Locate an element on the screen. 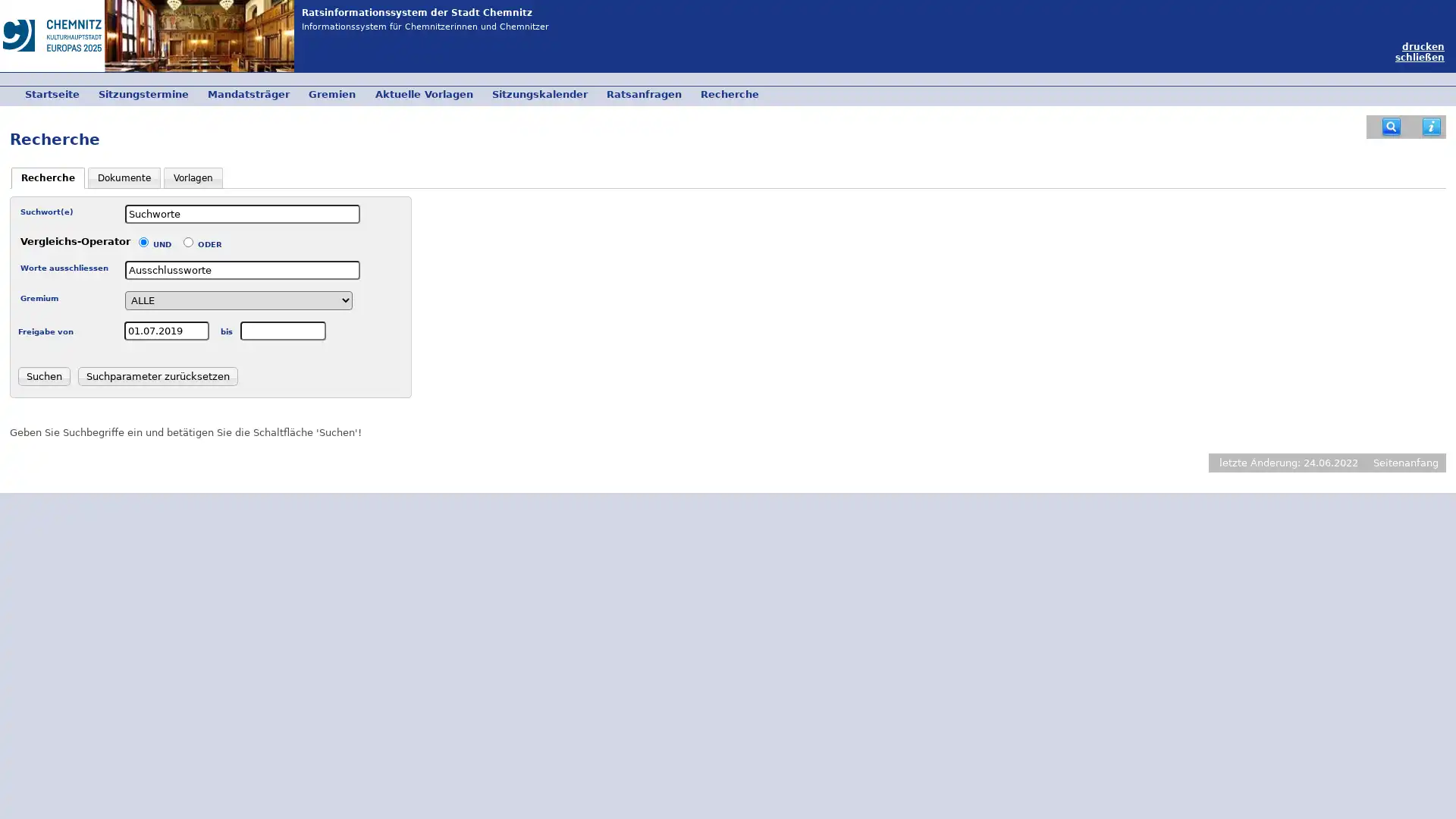  Suchparameter zurucksetzen is located at coordinates (157, 375).